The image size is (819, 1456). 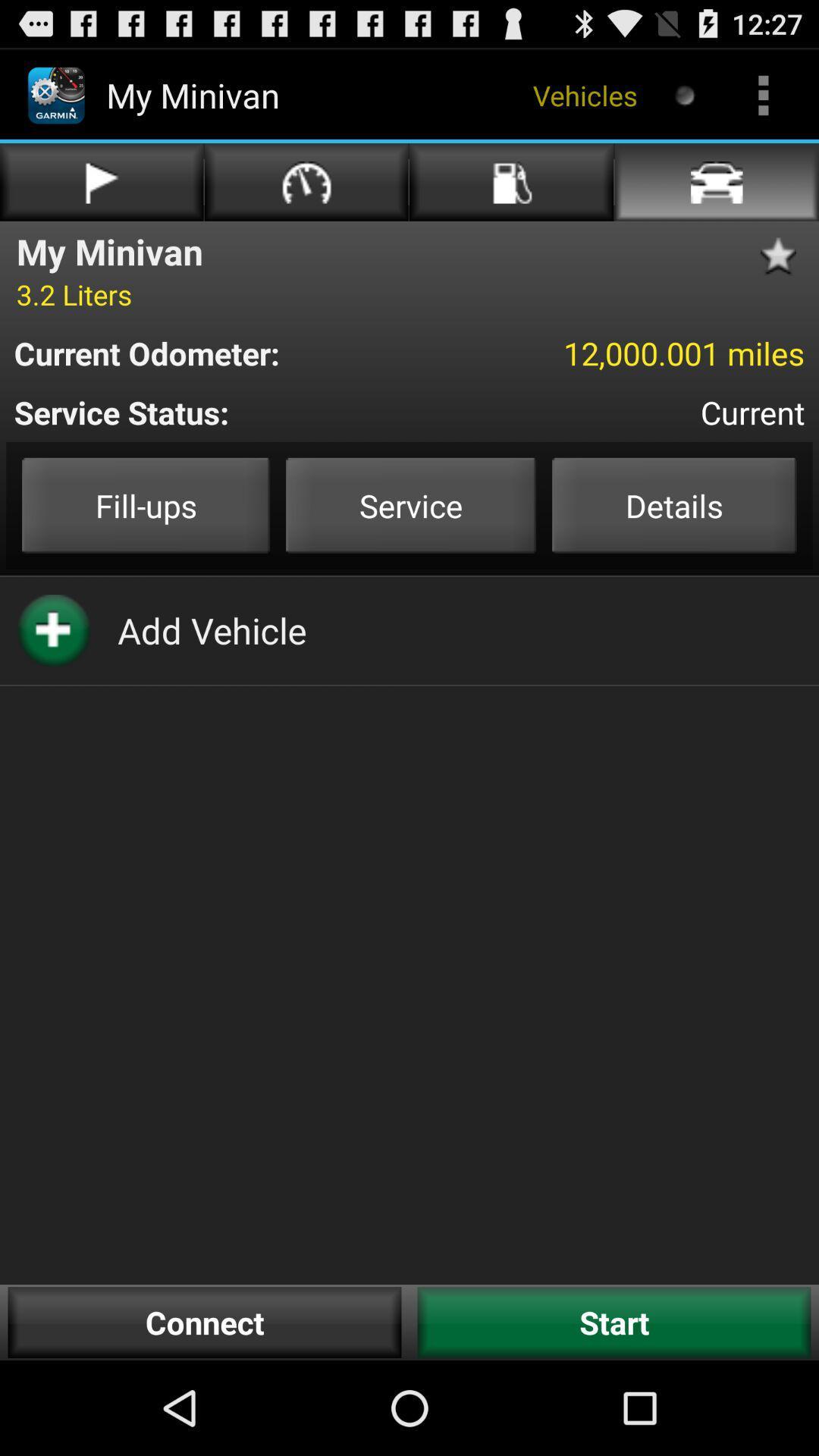 What do you see at coordinates (306, 182) in the screenshot?
I see `the second option in first row` at bounding box center [306, 182].